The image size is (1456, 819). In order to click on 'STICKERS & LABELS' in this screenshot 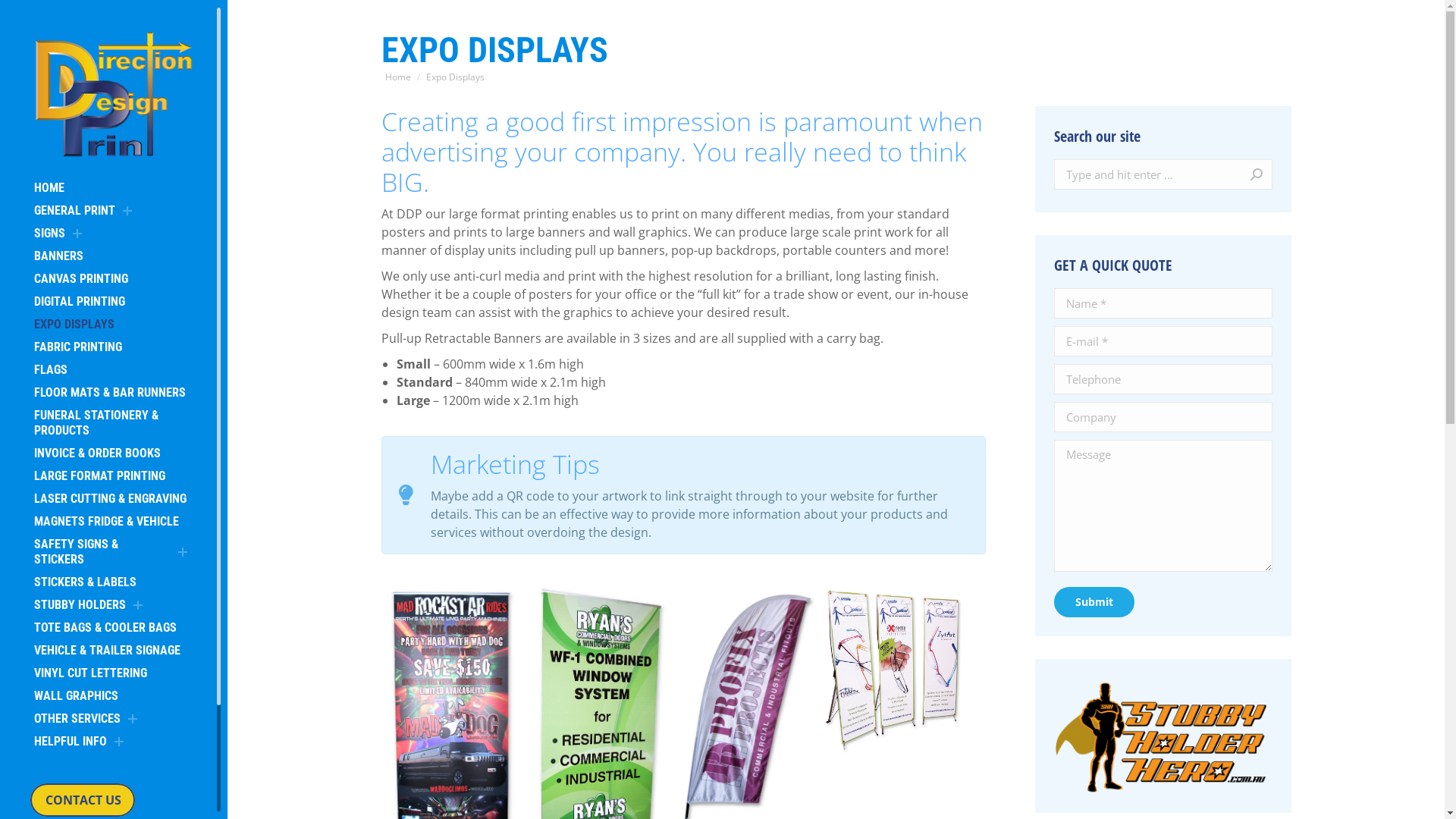, I will do `click(84, 581)`.